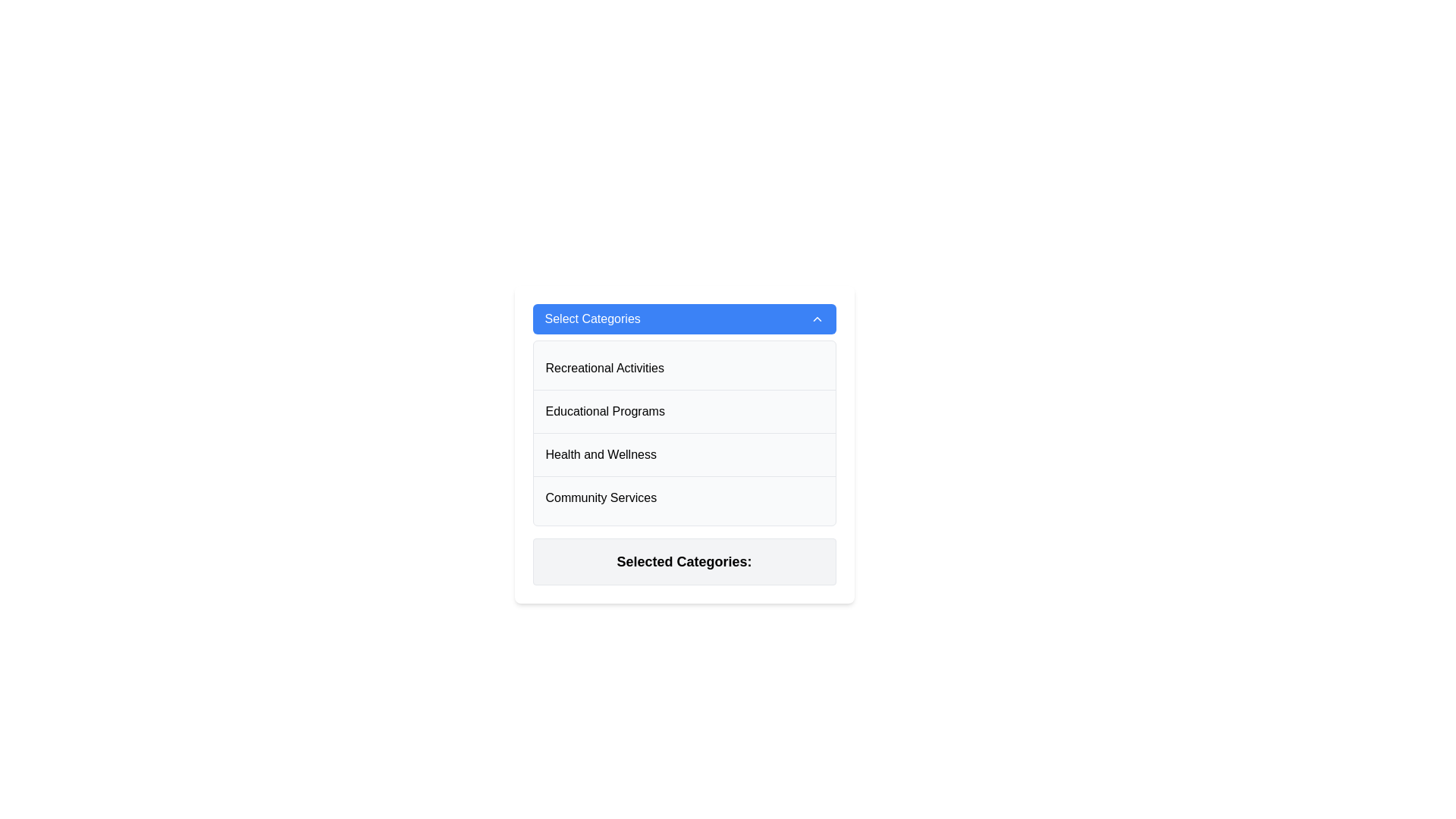  Describe the element at coordinates (604, 412) in the screenshot. I see `the 'Educational Programs' menu item` at that location.